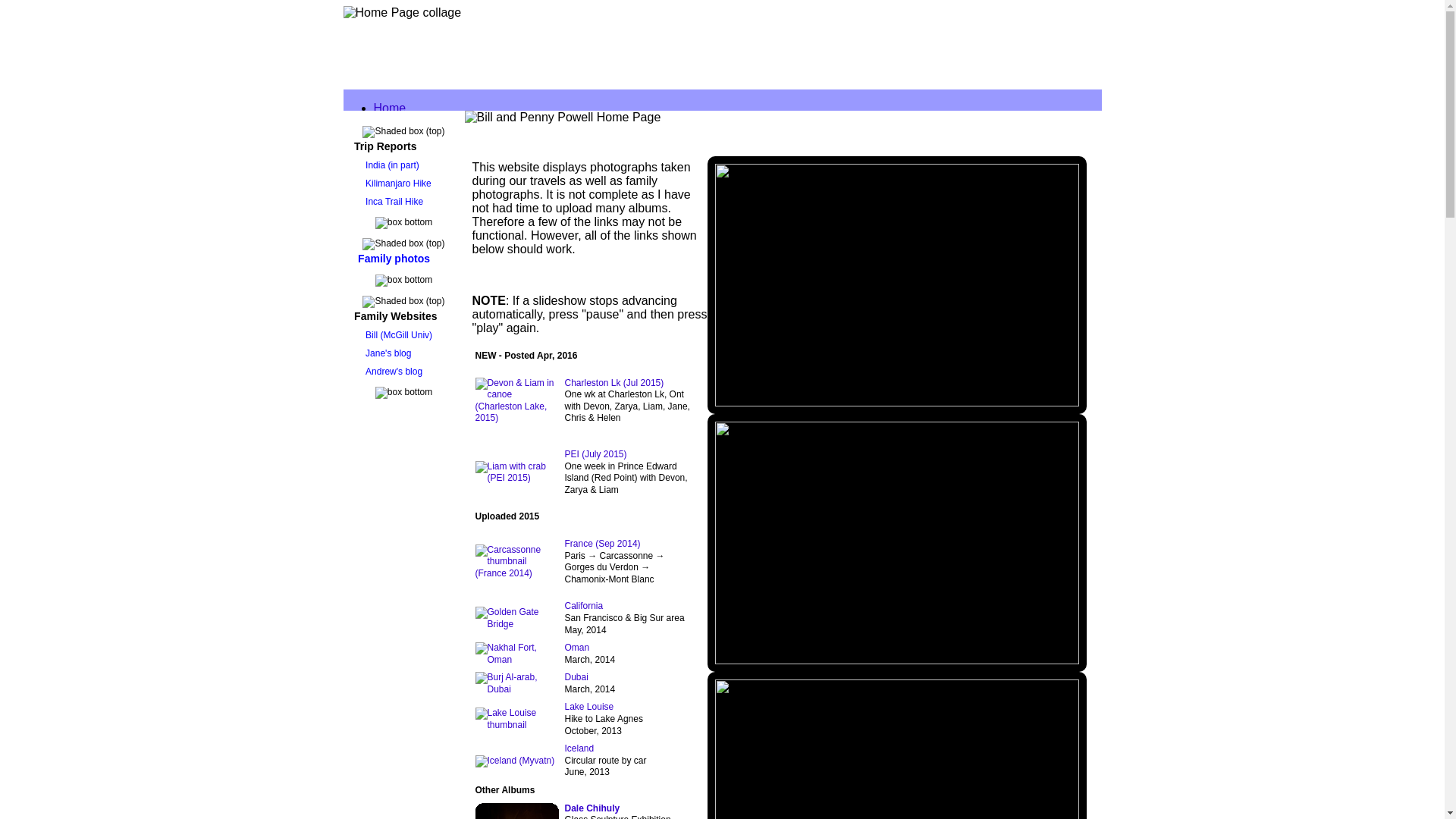 The image size is (1456, 819). I want to click on 'India (in part)', so click(390, 165).